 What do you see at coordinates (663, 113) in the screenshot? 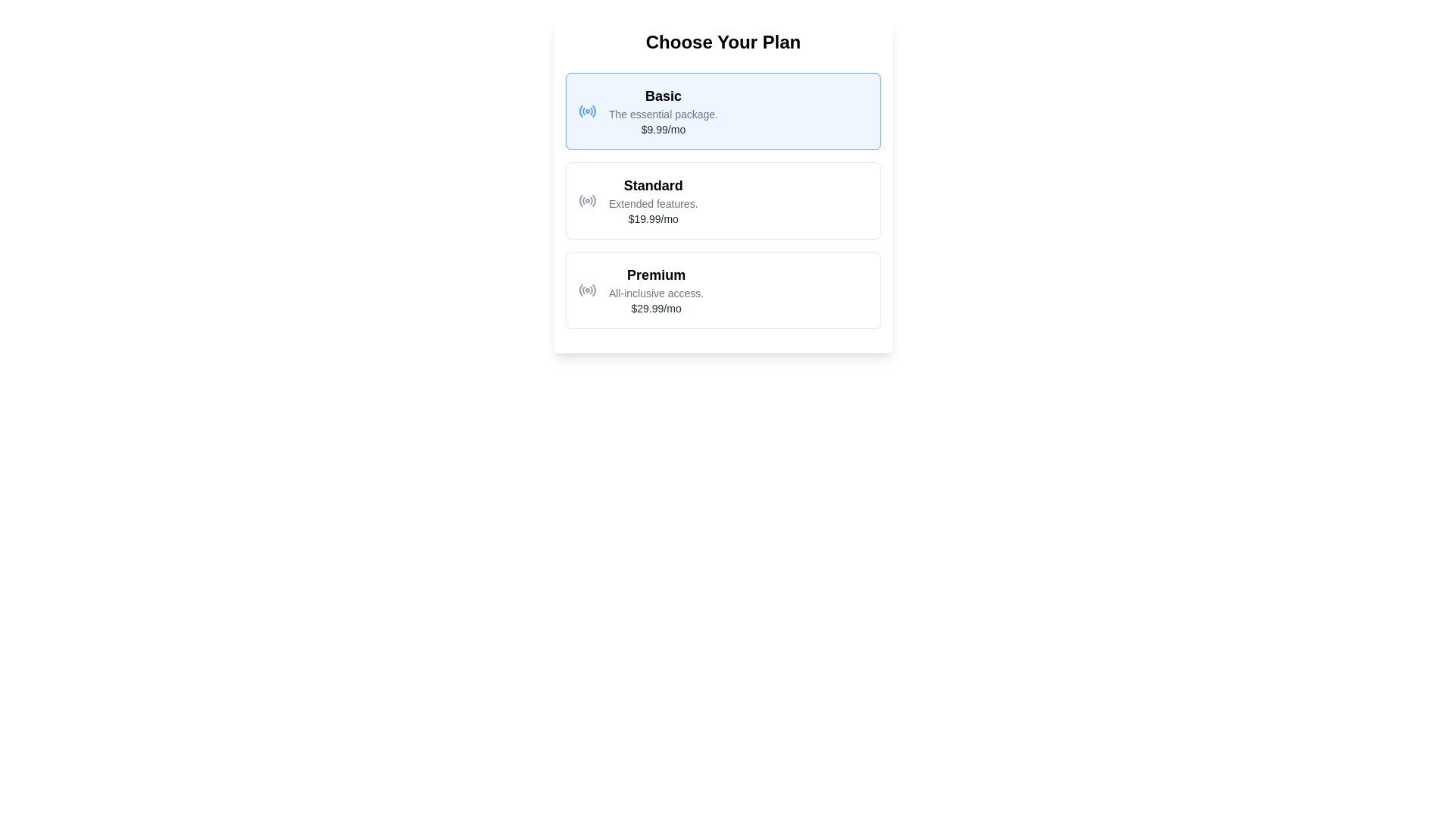
I see `the Text label that describes the 'Basic' plan, which summarizes its features as 'The essential package.'` at bounding box center [663, 113].